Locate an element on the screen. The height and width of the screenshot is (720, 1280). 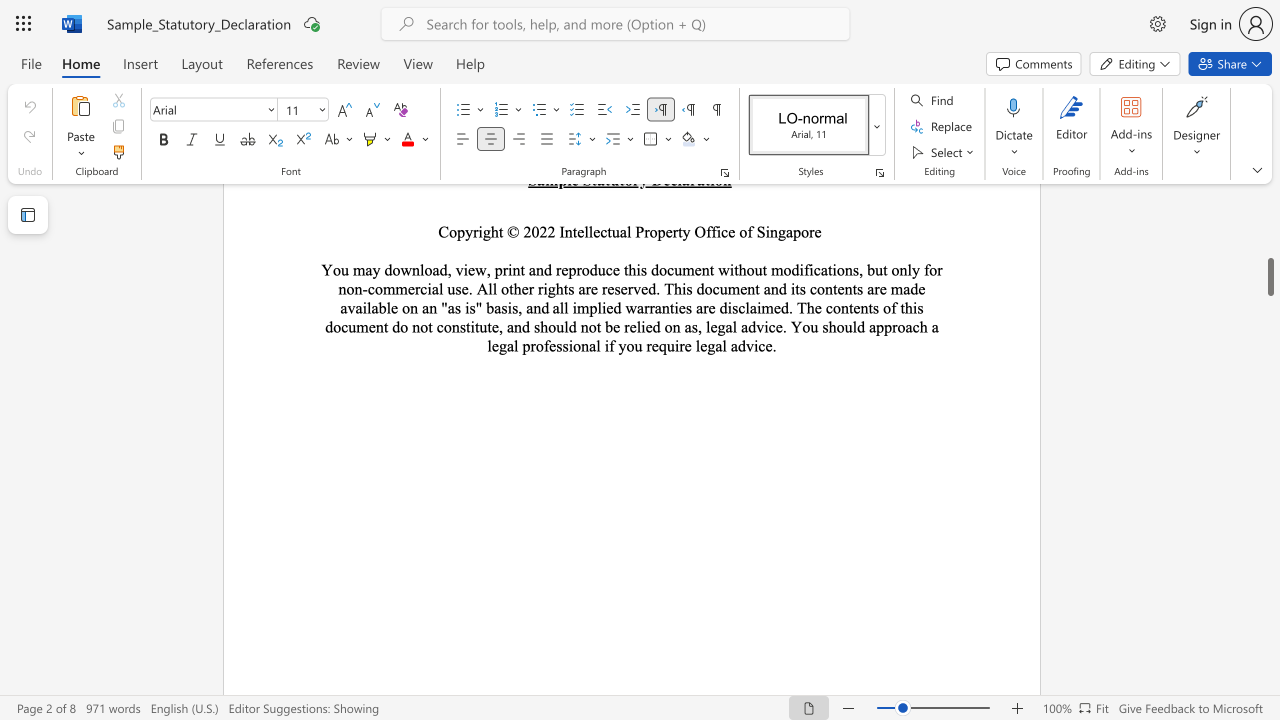
the scrollbar to adjust the page upward is located at coordinates (1269, 238).